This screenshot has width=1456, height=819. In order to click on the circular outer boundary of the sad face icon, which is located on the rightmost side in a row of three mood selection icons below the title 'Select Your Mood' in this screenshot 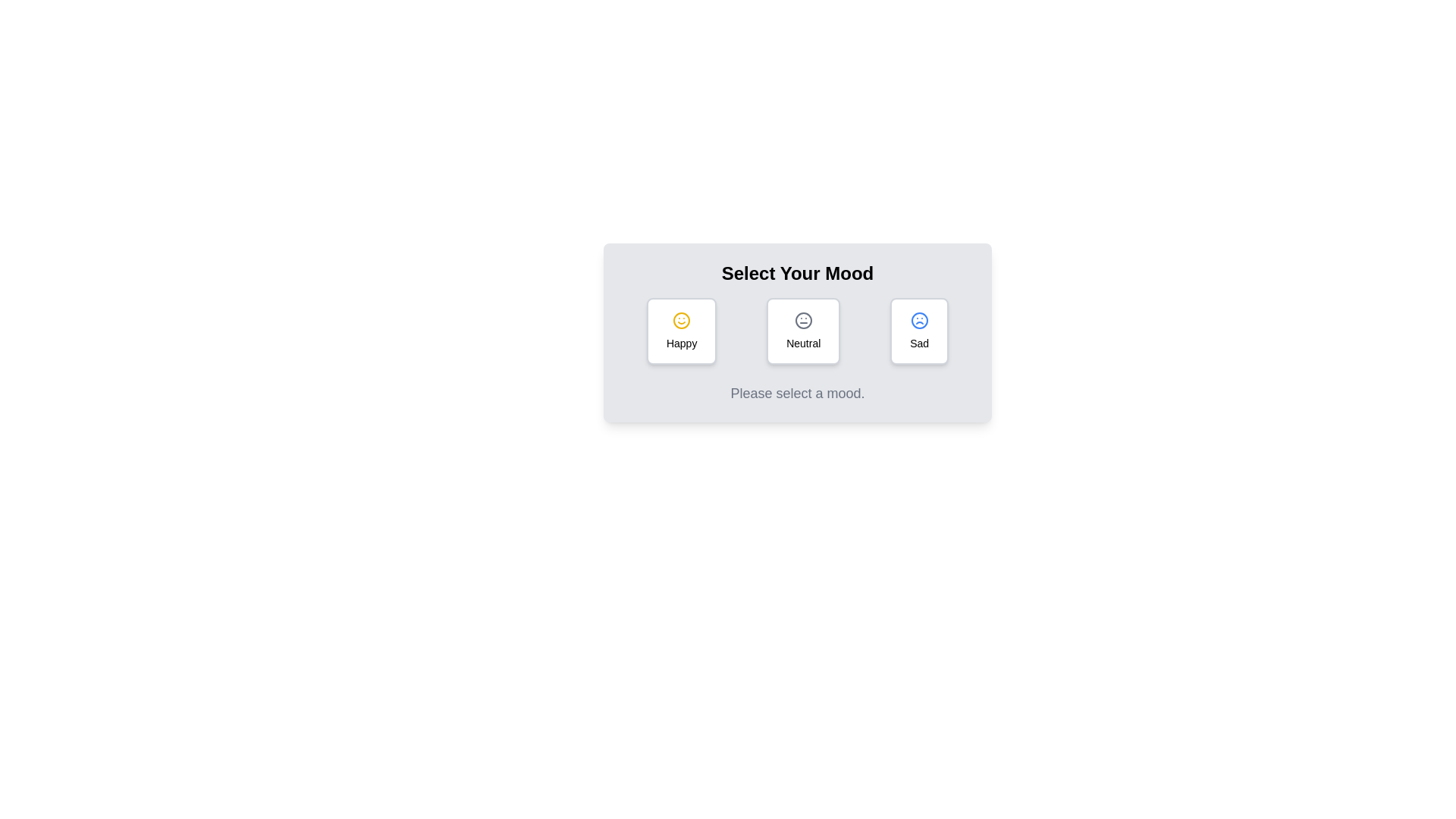, I will do `click(918, 320)`.